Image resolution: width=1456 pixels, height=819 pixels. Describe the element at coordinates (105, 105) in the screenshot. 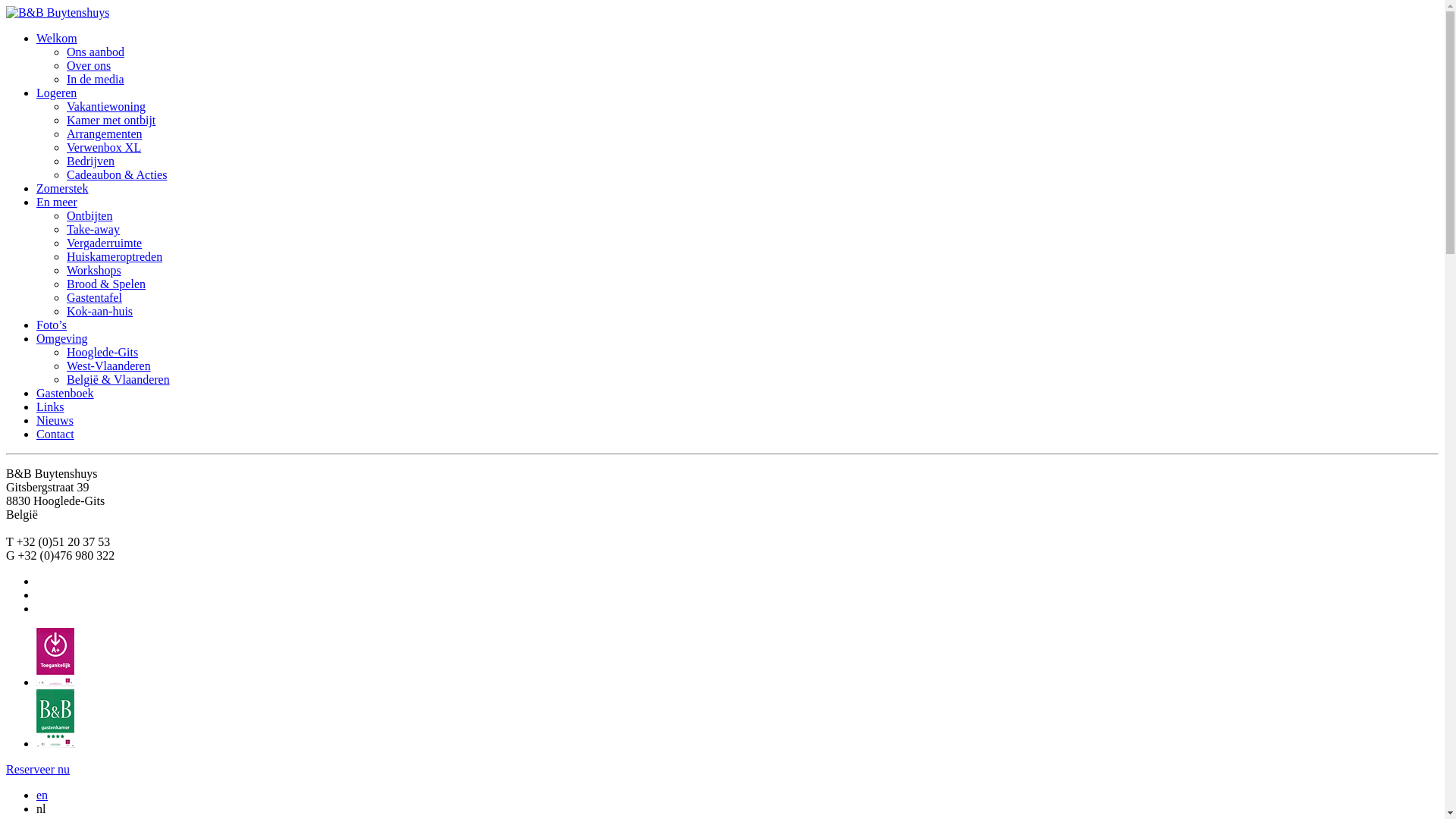

I see `'Vakantiewoning'` at that location.